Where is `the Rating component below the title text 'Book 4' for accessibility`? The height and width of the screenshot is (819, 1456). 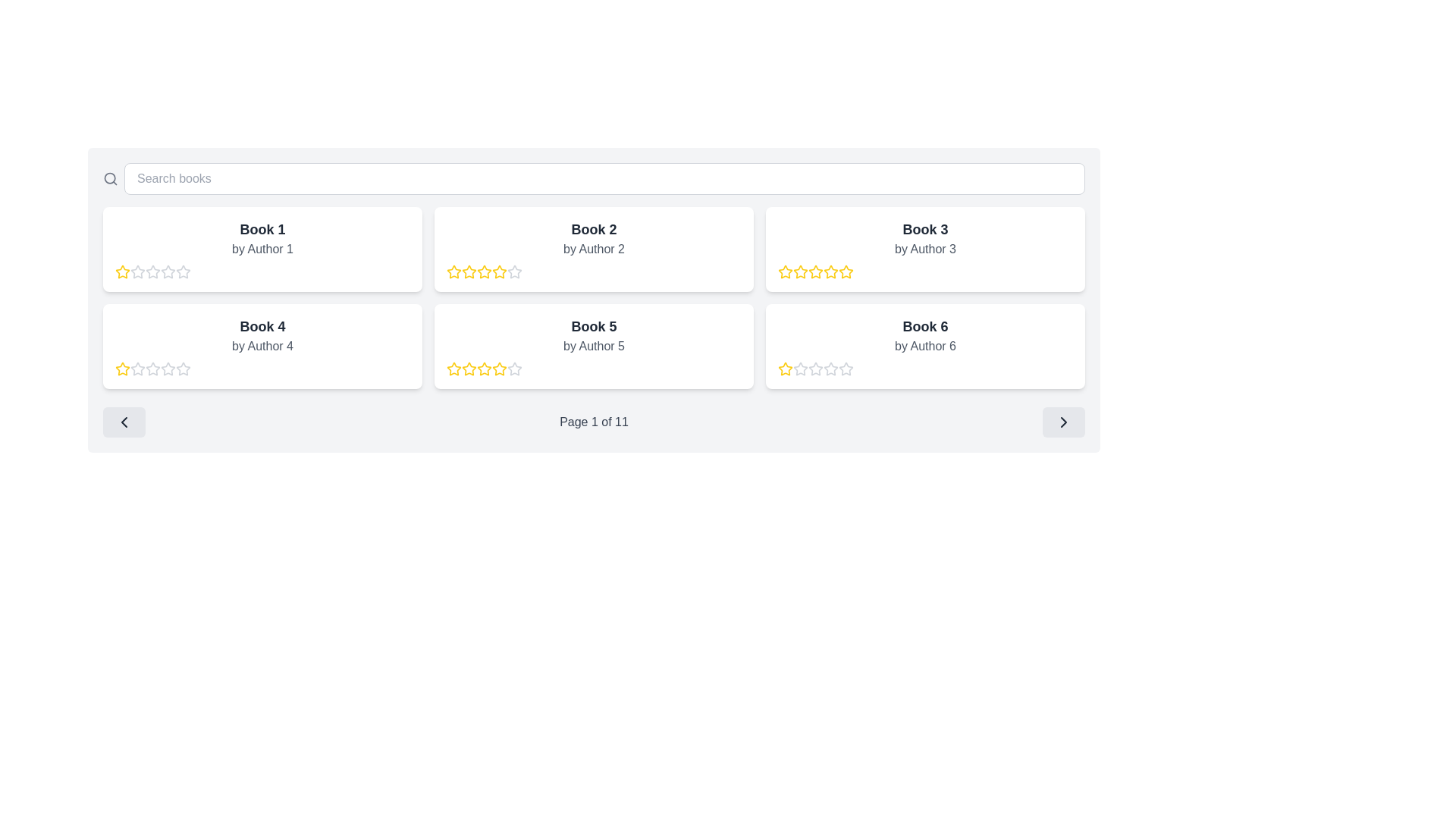 the Rating component below the title text 'Book 4' for accessibility is located at coordinates (262, 369).